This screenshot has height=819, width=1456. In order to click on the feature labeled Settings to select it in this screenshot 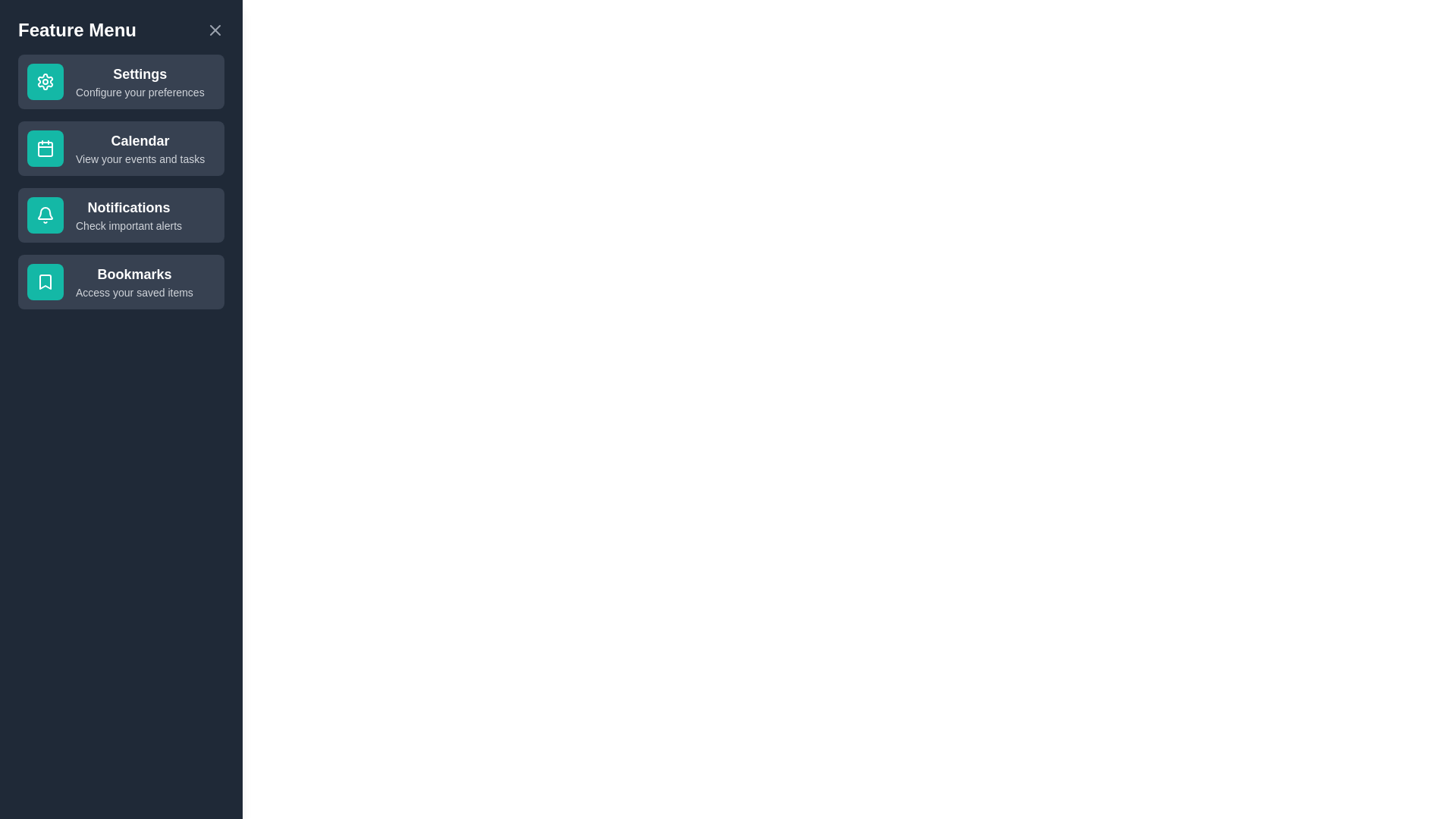, I will do `click(120, 82)`.